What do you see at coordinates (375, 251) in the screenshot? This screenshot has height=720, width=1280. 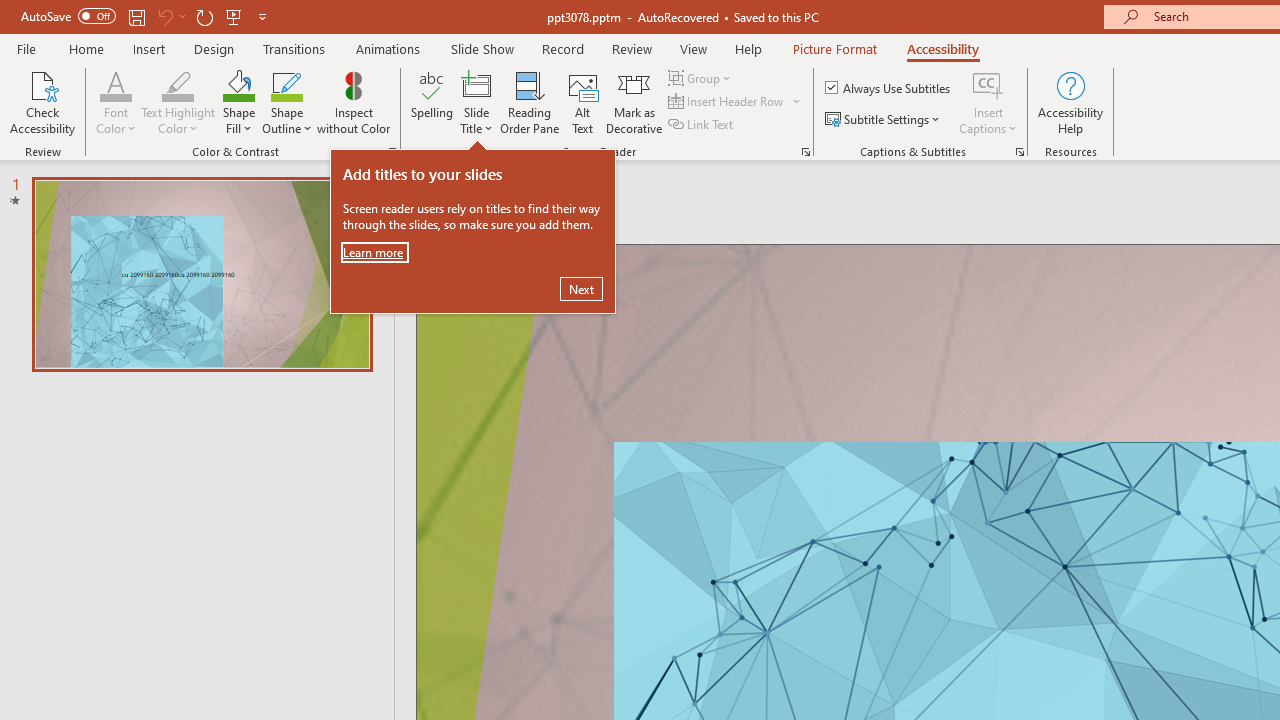 I see `'Learn more'` at bounding box center [375, 251].